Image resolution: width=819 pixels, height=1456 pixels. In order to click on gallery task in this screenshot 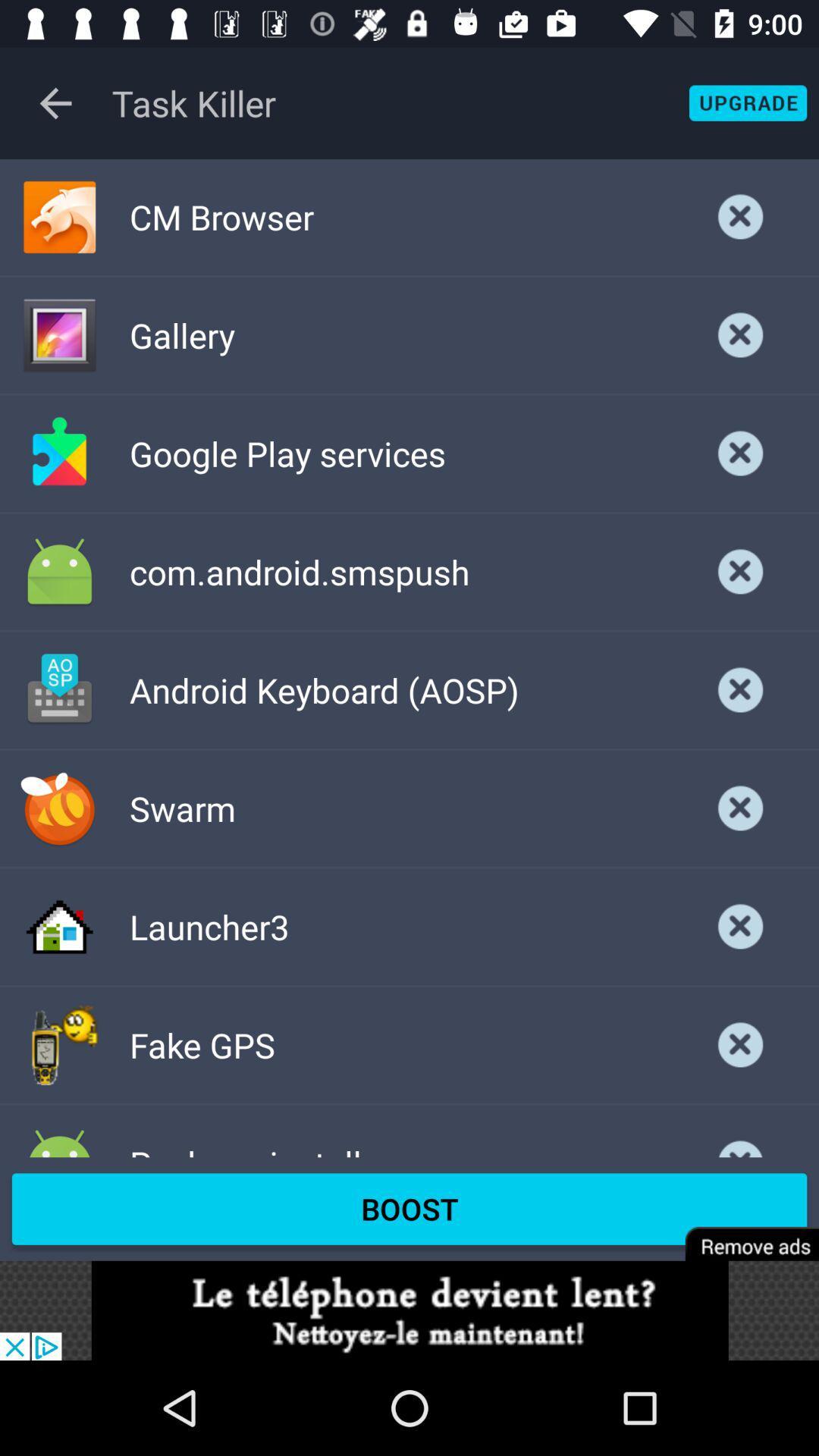, I will do `click(740, 334)`.